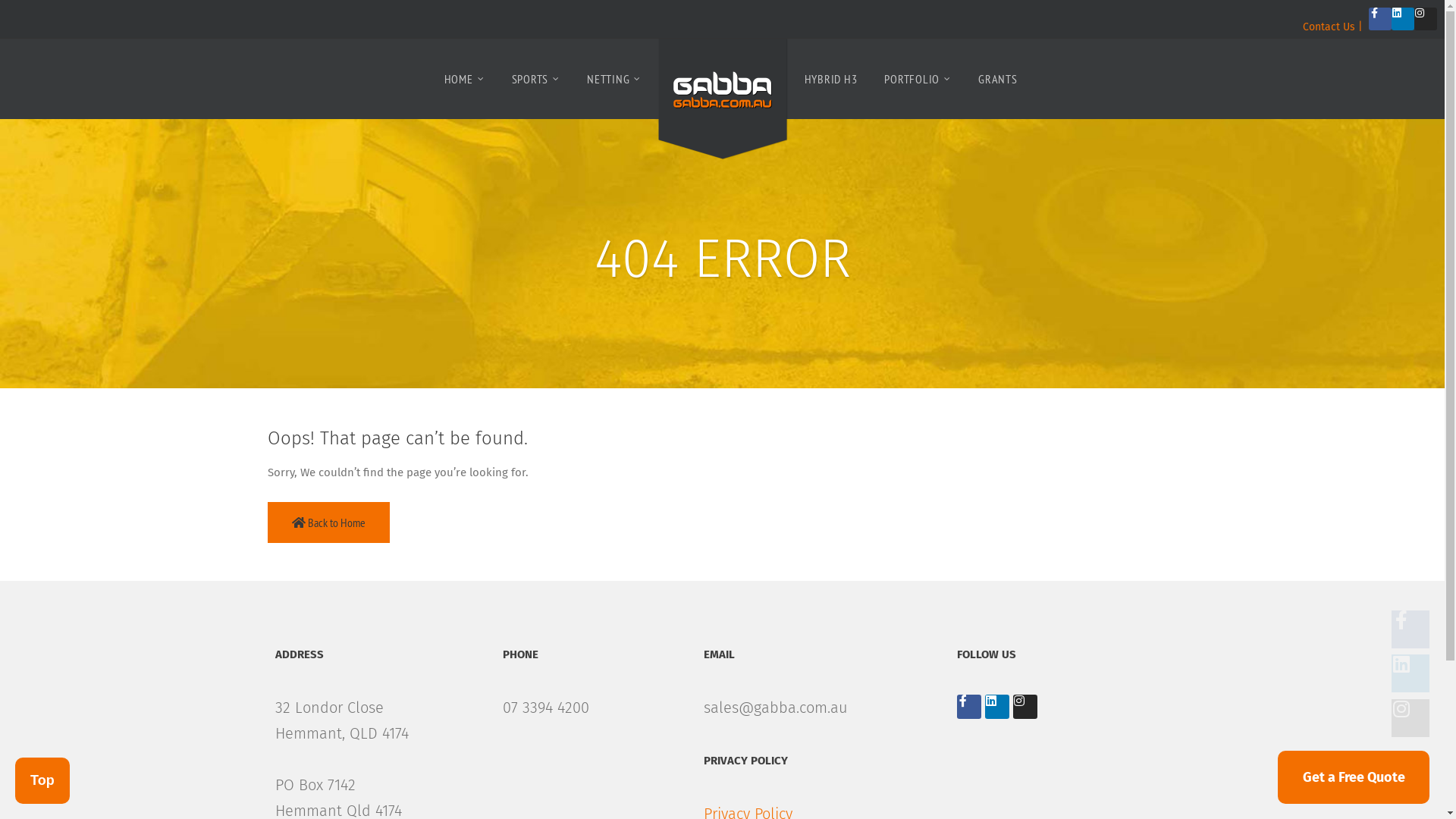 This screenshot has width=1456, height=819. I want to click on 'Sports Netting and Surfaces', so click(720, 102).